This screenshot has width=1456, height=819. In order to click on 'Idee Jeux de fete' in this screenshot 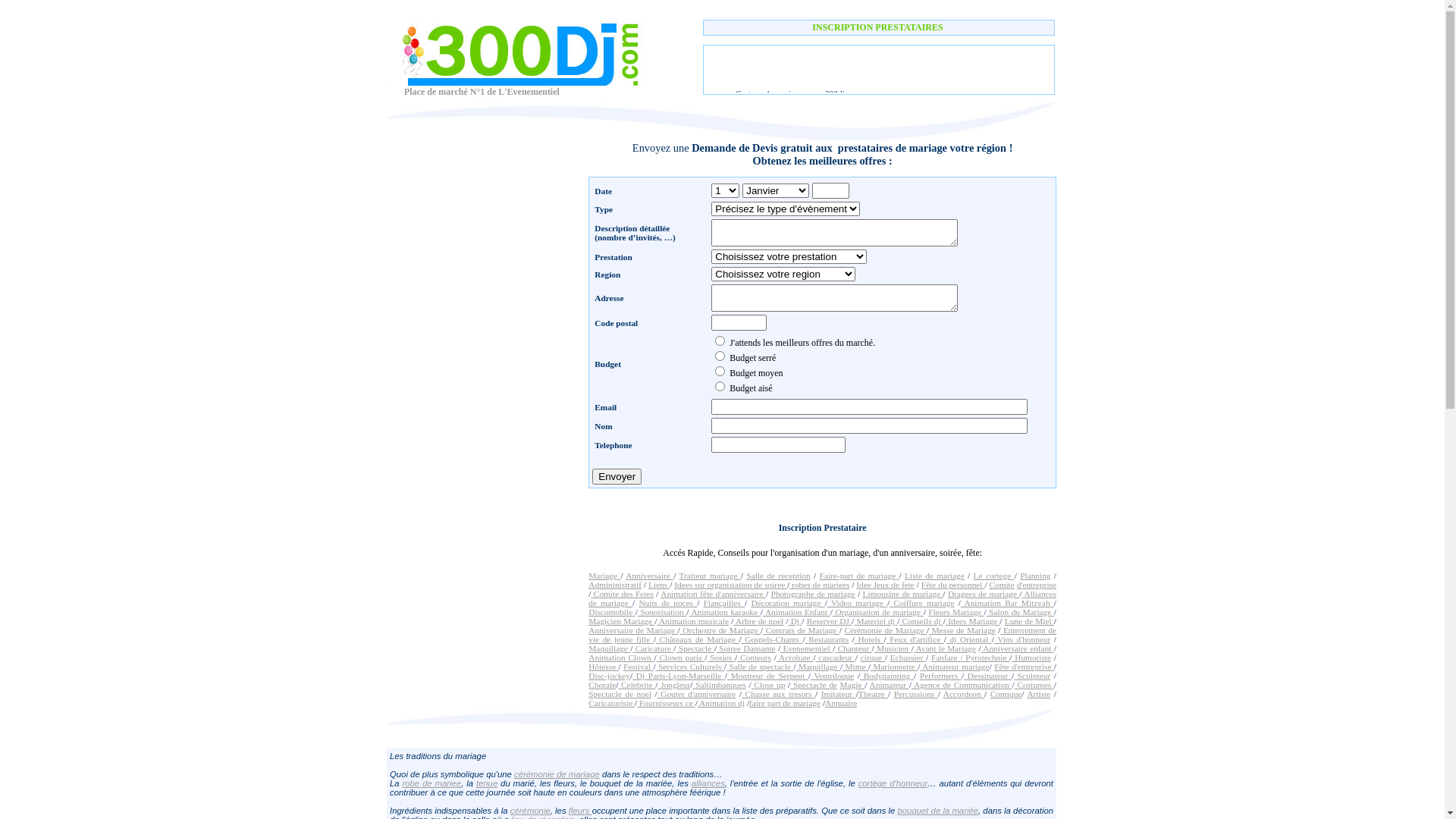, I will do `click(885, 584)`.